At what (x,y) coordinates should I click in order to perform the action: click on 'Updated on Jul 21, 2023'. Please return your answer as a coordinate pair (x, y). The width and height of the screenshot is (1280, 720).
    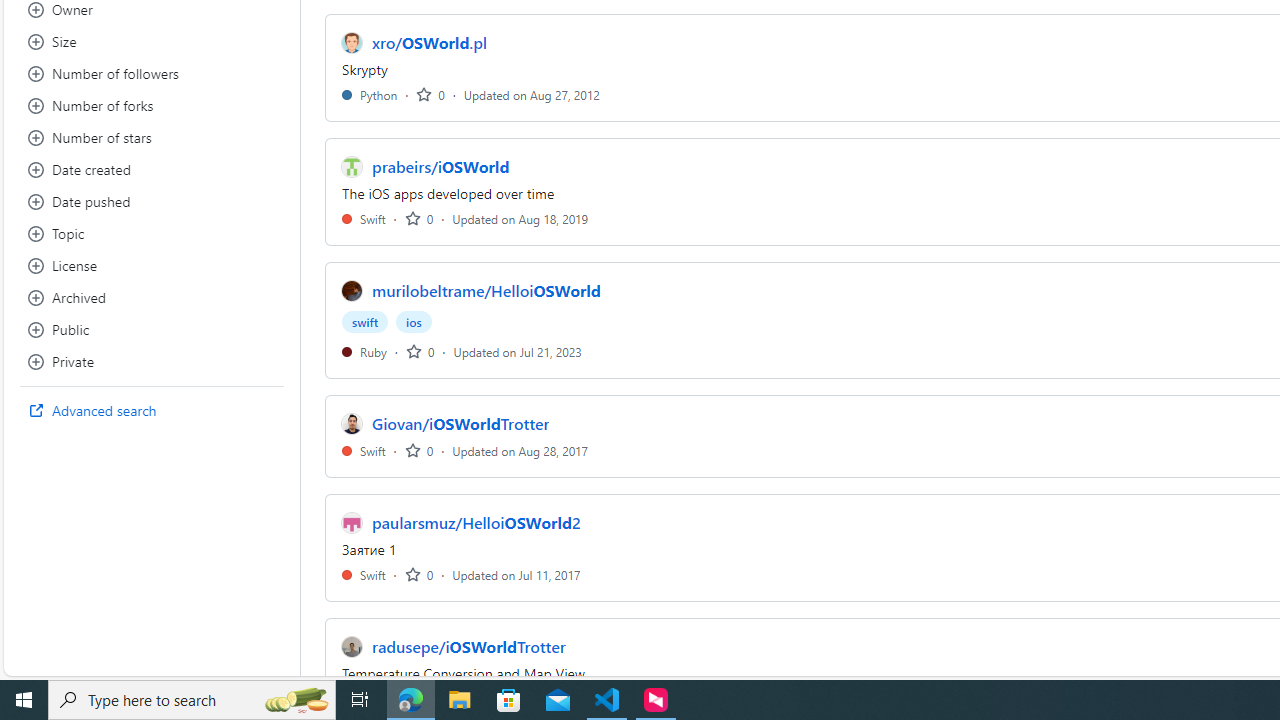
    Looking at the image, I should click on (517, 350).